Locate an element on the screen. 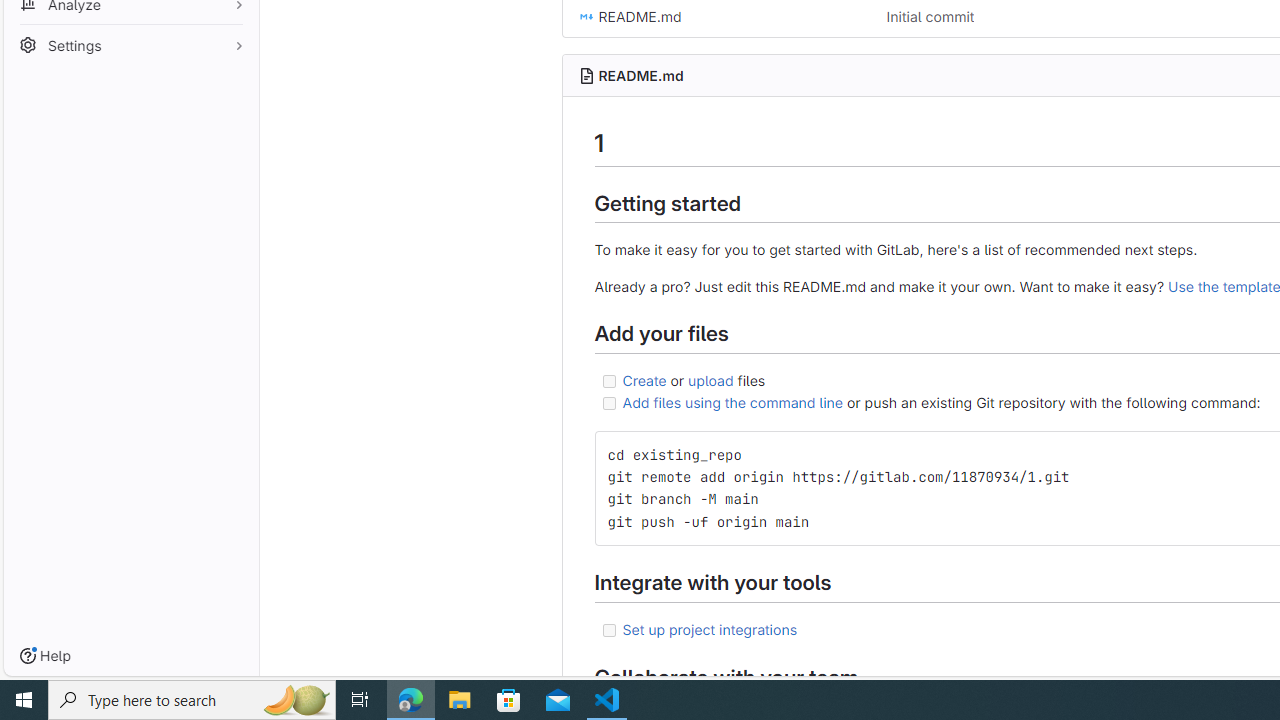  'Initial commit' is located at coordinates (929, 16).